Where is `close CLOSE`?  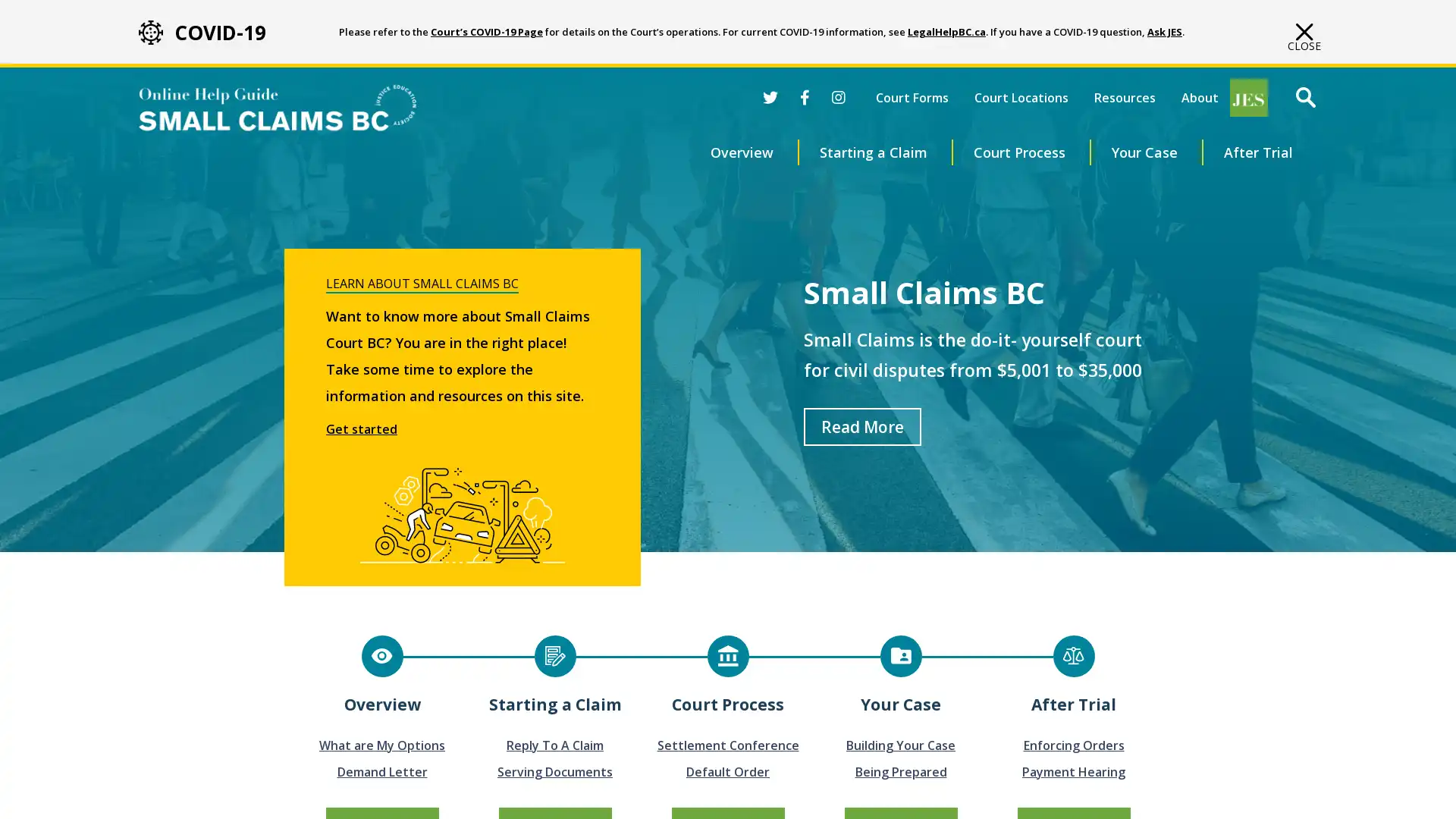
close CLOSE is located at coordinates (1303, 36).